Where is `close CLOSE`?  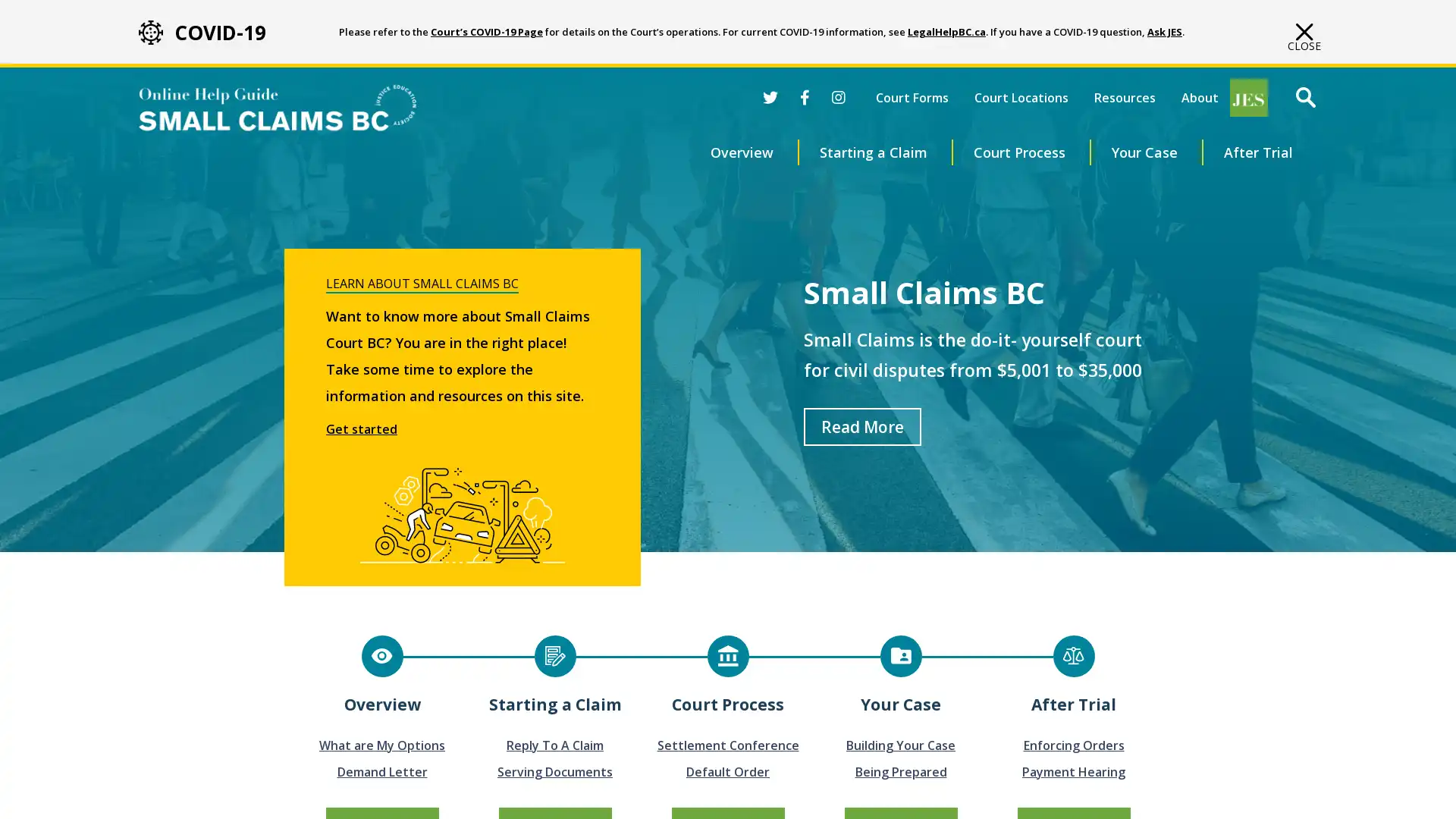
close CLOSE is located at coordinates (1303, 36).